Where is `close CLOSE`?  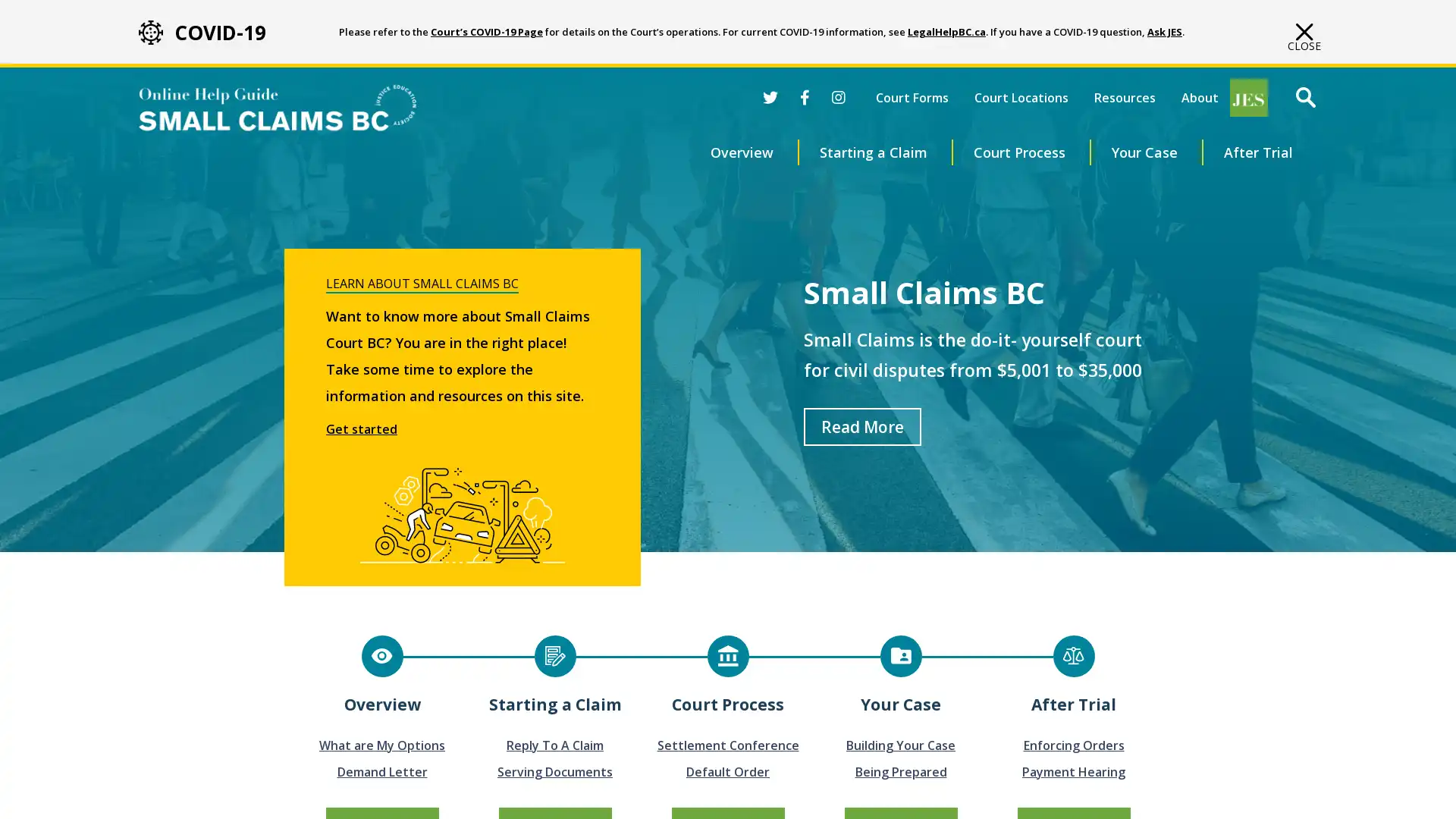
close CLOSE is located at coordinates (1303, 36).